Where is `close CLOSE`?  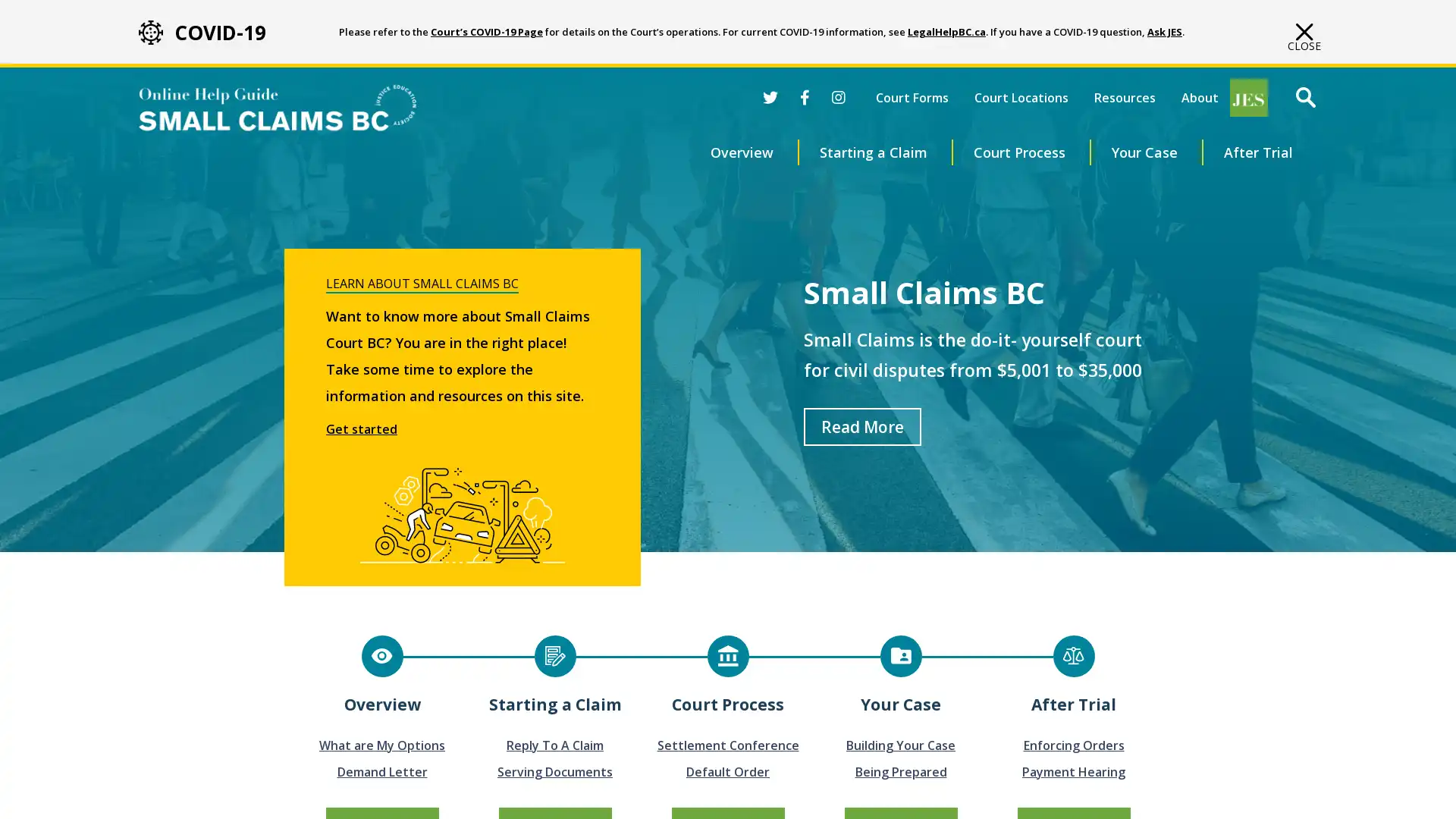
close CLOSE is located at coordinates (1303, 36).